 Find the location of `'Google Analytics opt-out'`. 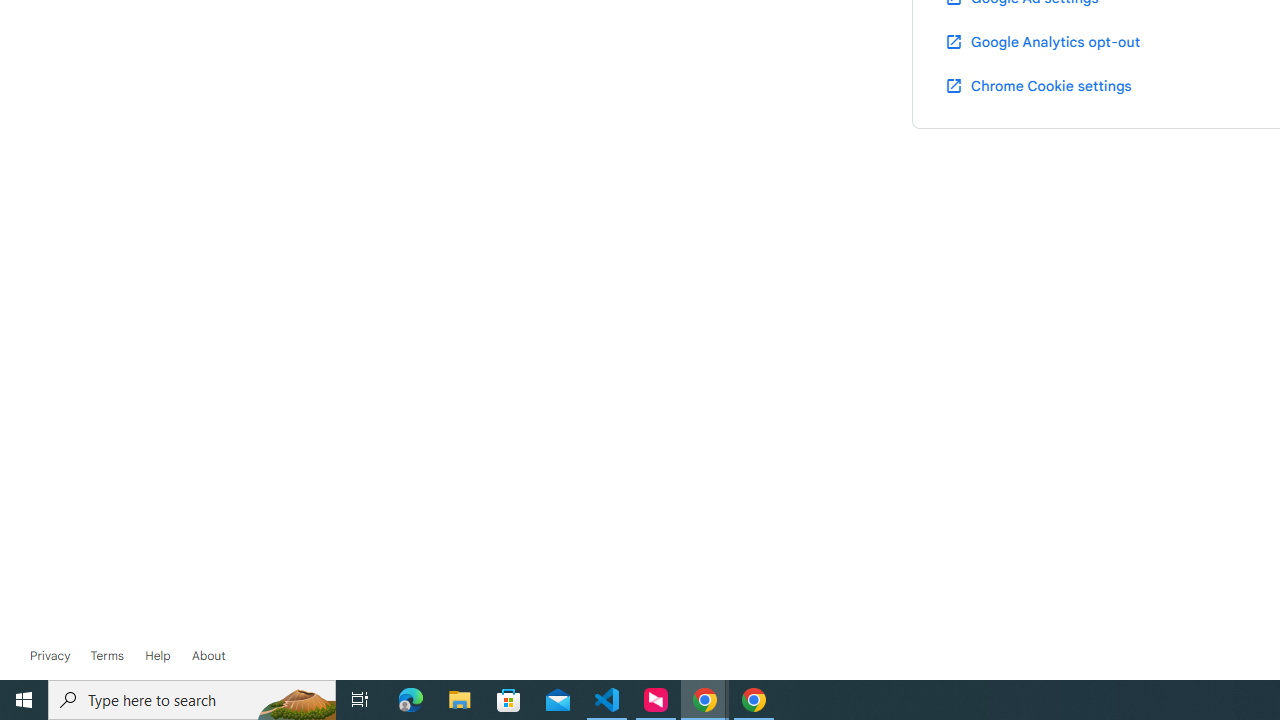

'Google Analytics opt-out' is located at coordinates (1040, 41).